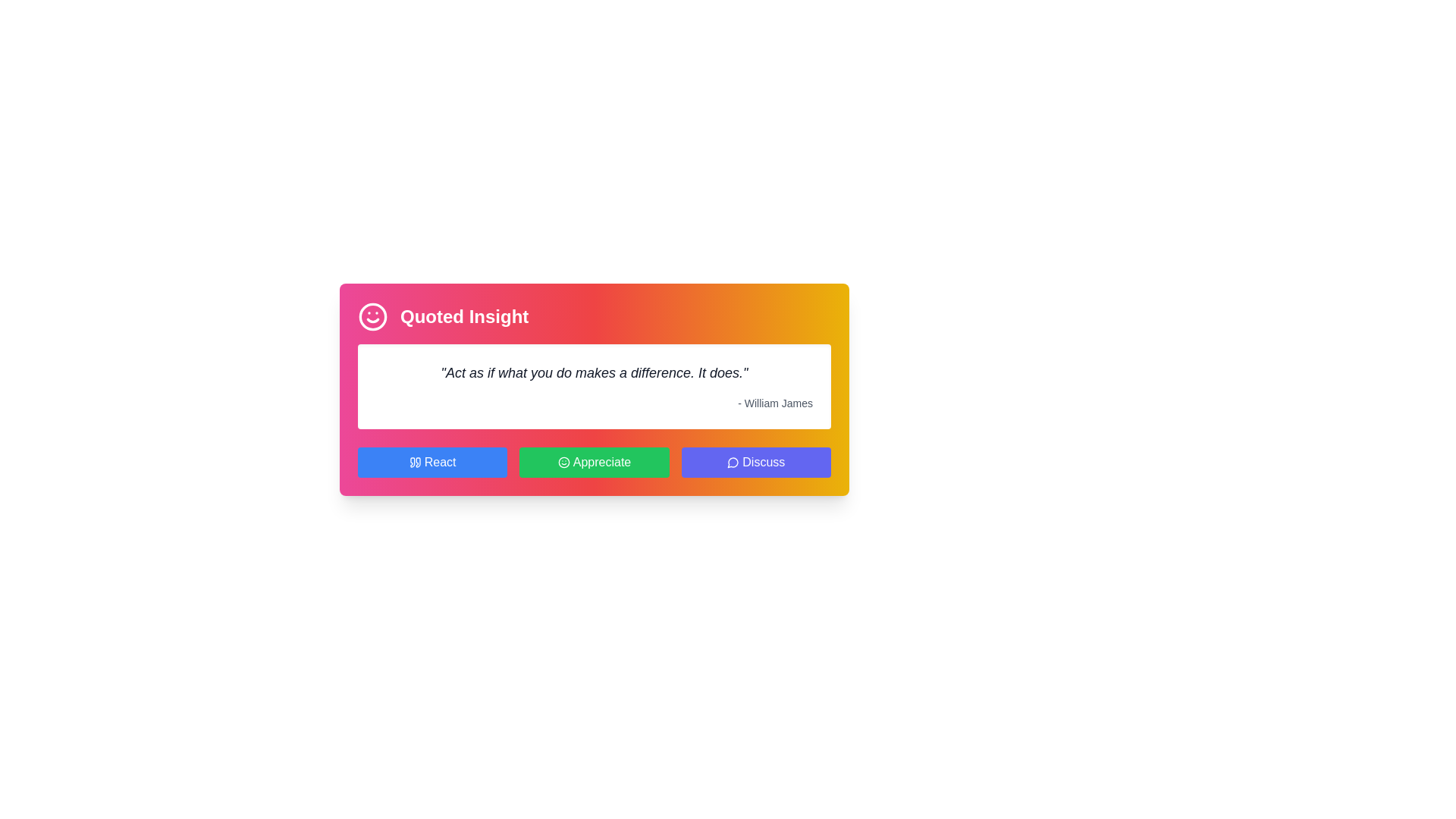 Image resolution: width=1456 pixels, height=819 pixels. I want to click on the visual design of the blue speech bubble icon located to the left of the 'Discuss' button at the bottom right of the interface, so click(733, 461).